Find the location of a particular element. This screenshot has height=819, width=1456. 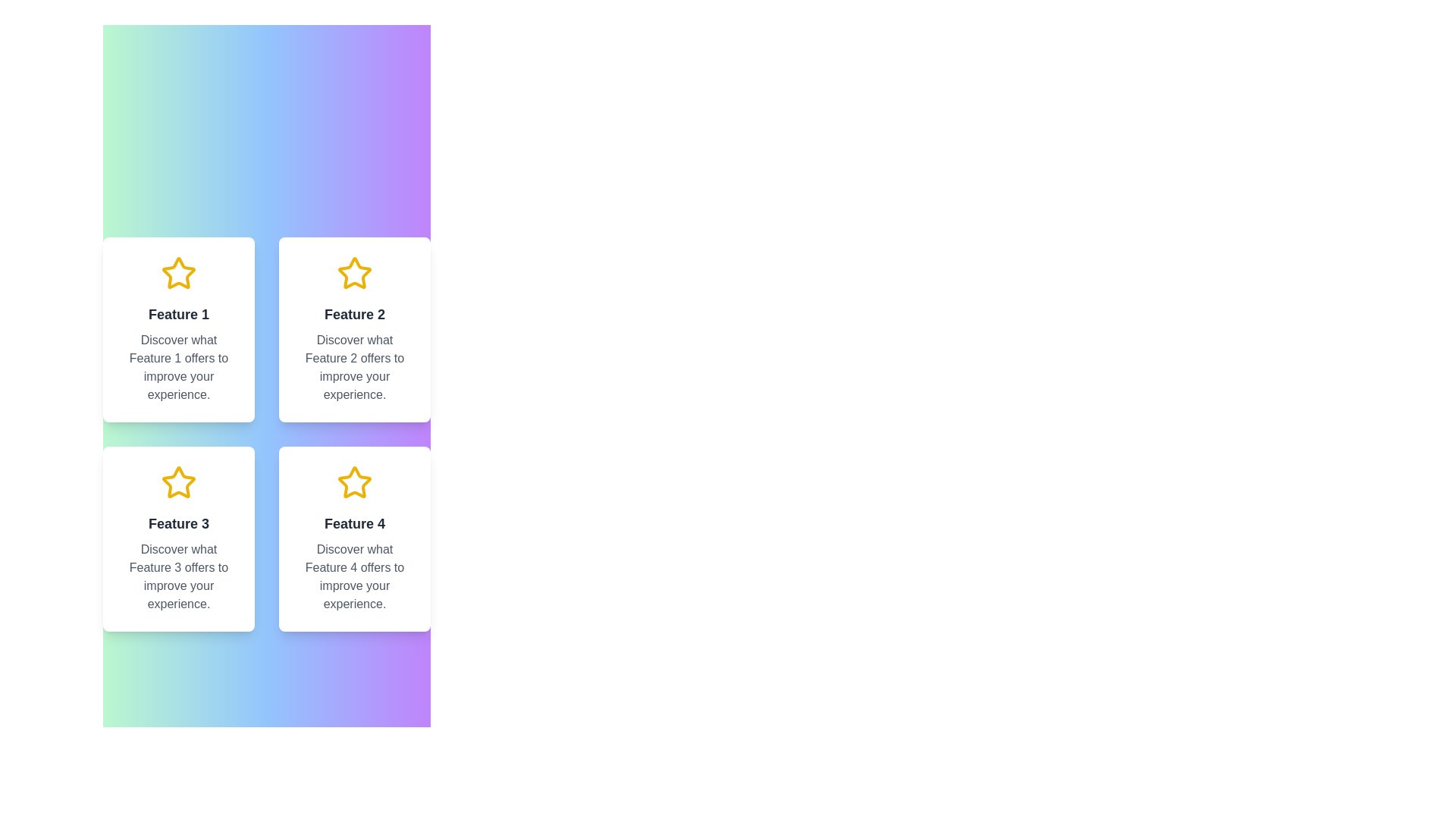

text displayed in the static label located in the second card of the grid layout, positioned below the star icon and above the descriptive text is located at coordinates (353, 314).